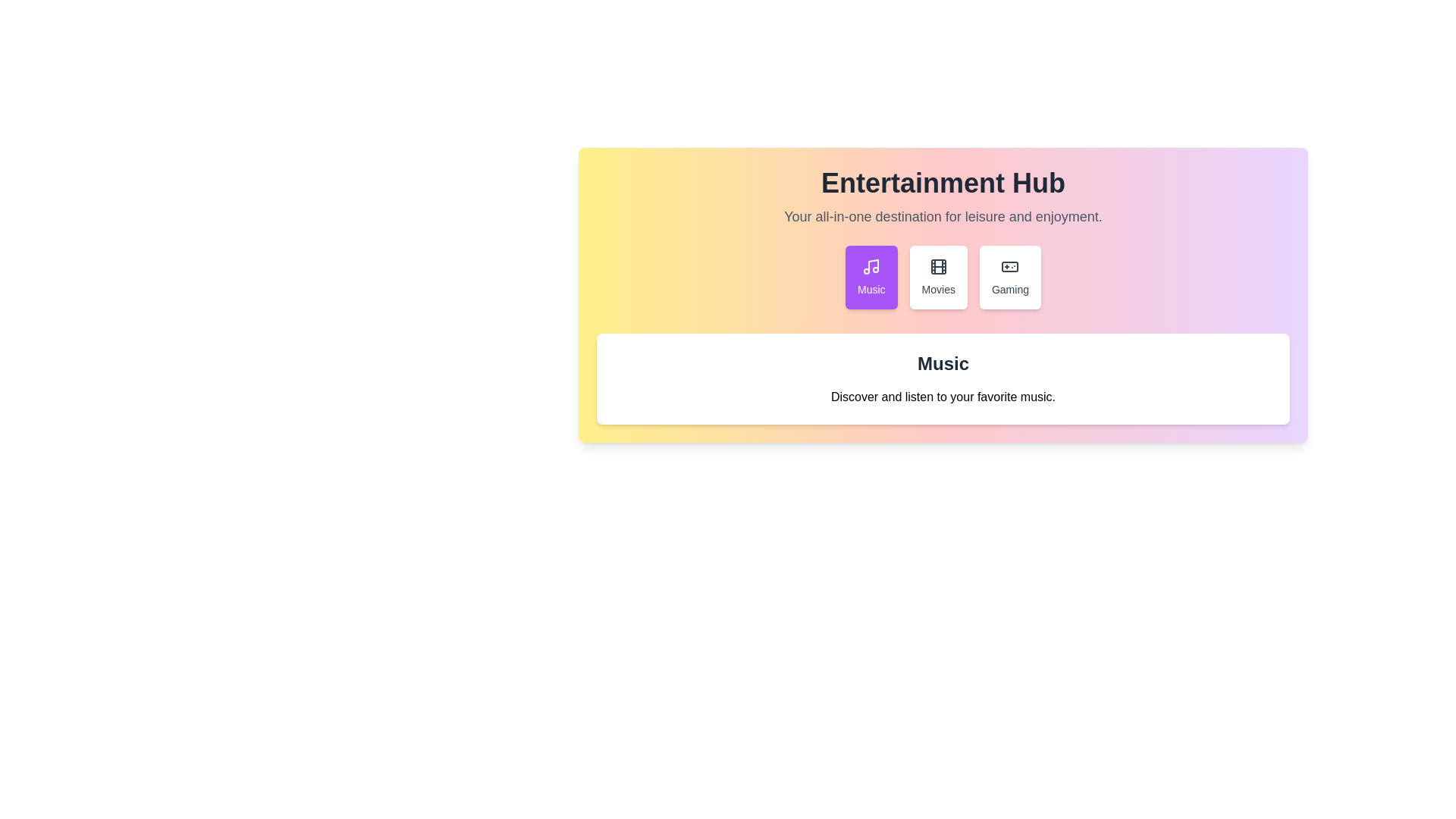 This screenshot has height=819, width=1456. Describe the element at coordinates (1010, 289) in the screenshot. I see `the text label 'Gaming' located at the bottom of the clickable card, which is part of a group of three cards labeled 'Music', 'Movies', and 'Gaming'` at that location.